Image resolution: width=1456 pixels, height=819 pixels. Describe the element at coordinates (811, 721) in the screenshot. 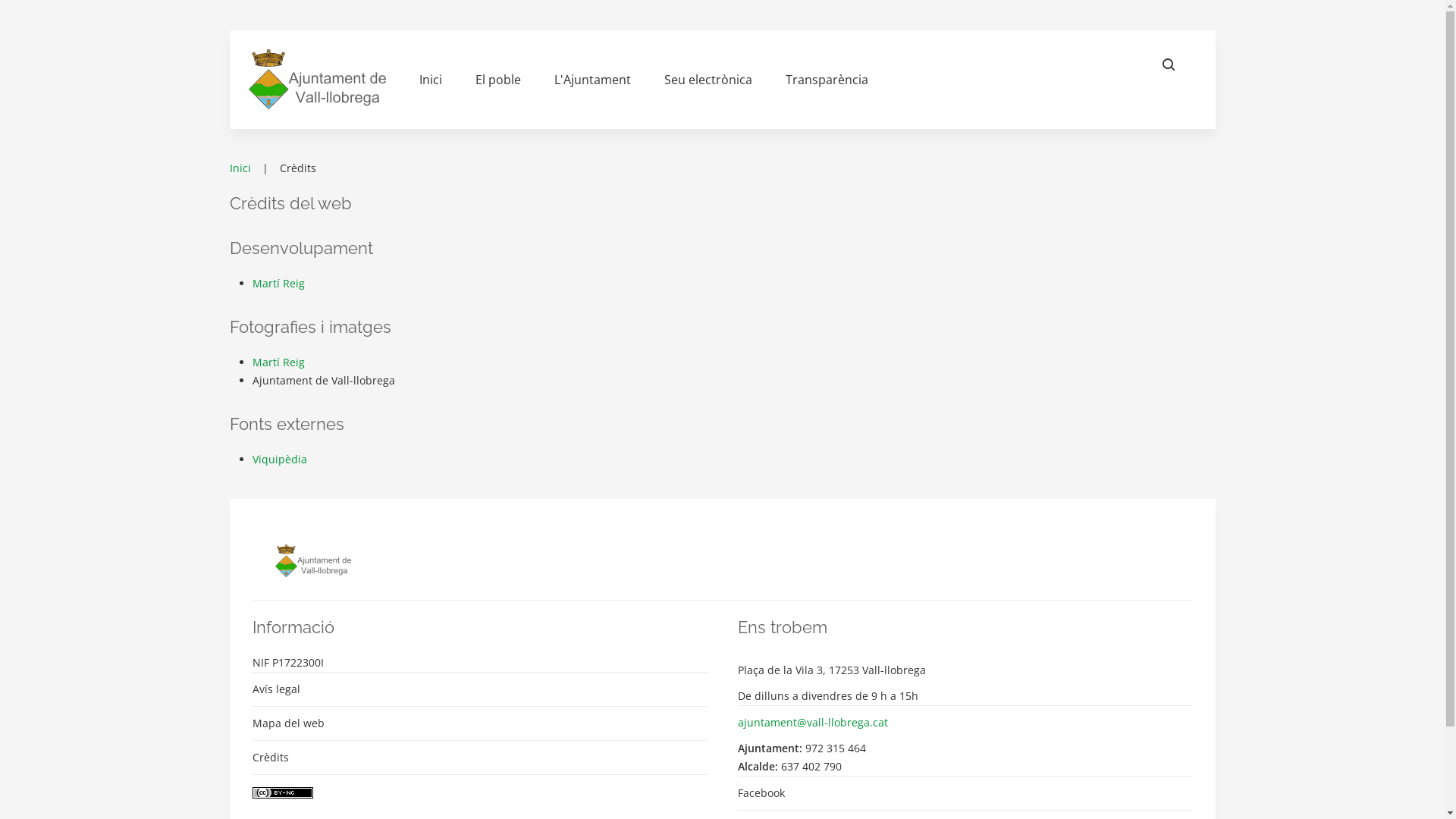

I see `'ajuntament@vall-llobrega.cat'` at that location.